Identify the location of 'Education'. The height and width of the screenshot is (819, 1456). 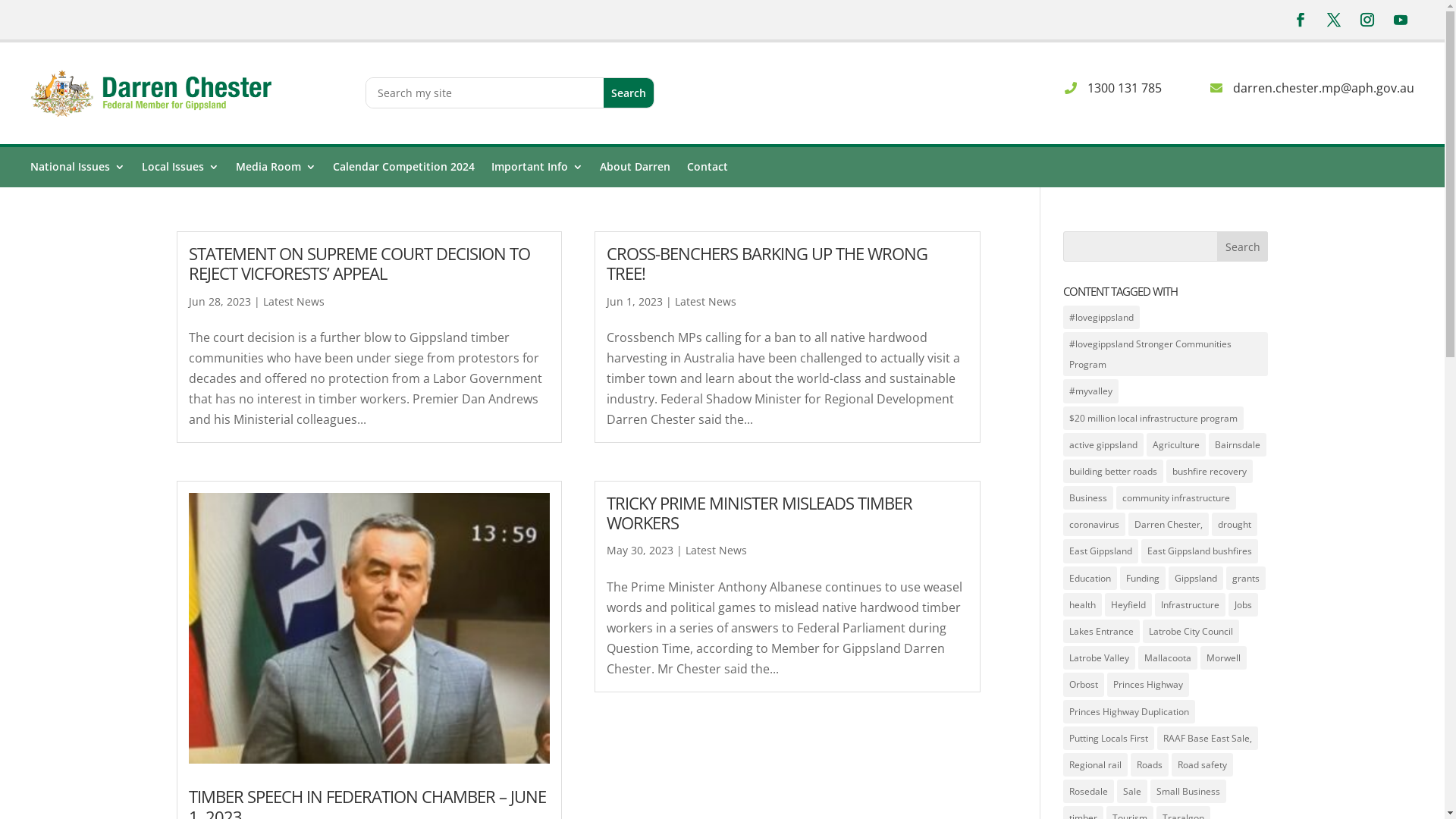
(1089, 578).